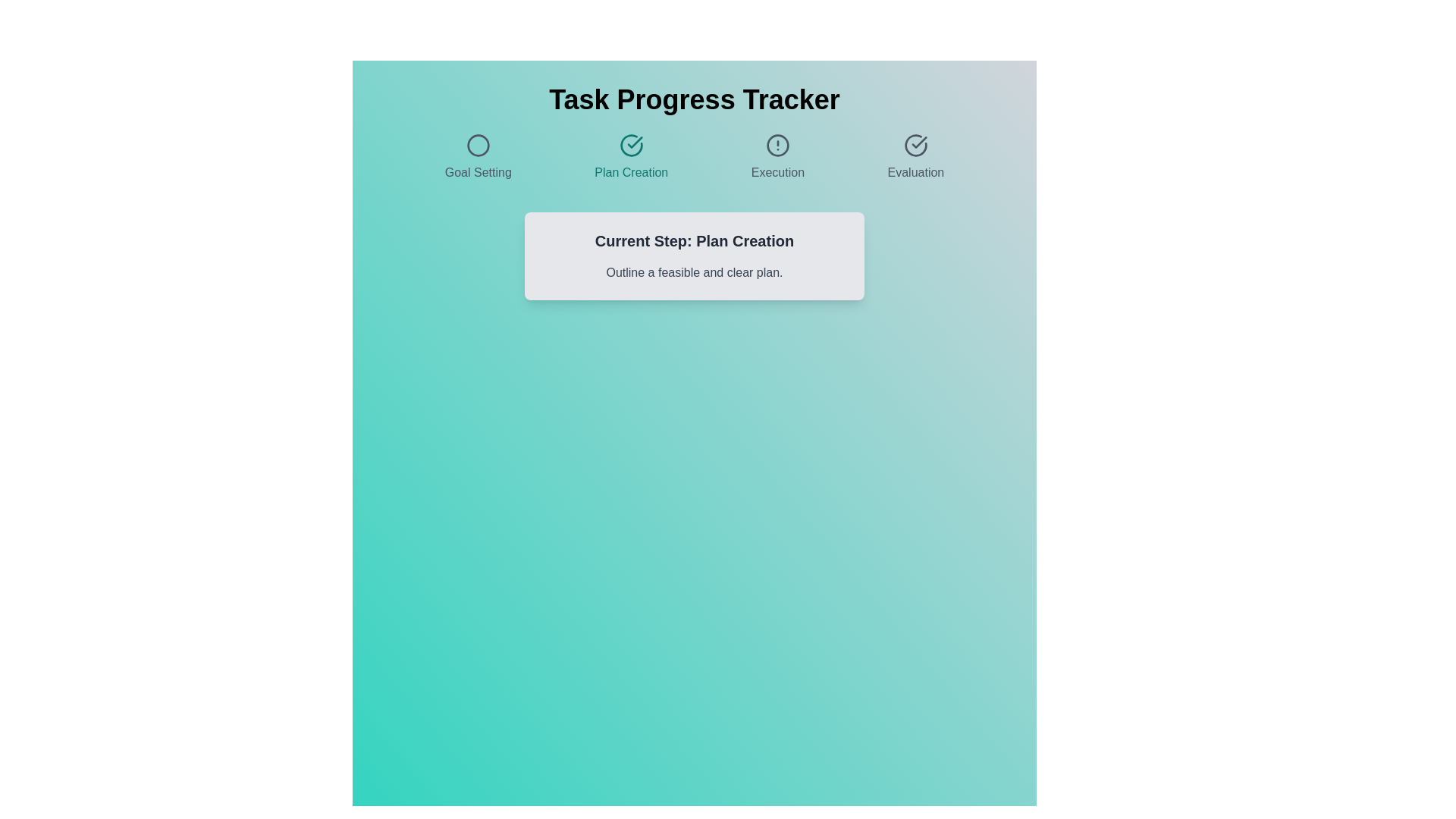 This screenshot has width=1456, height=819. What do you see at coordinates (631, 158) in the screenshot?
I see `the step title Plan Creation to navigate to the corresponding step` at bounding box center [631, 158].